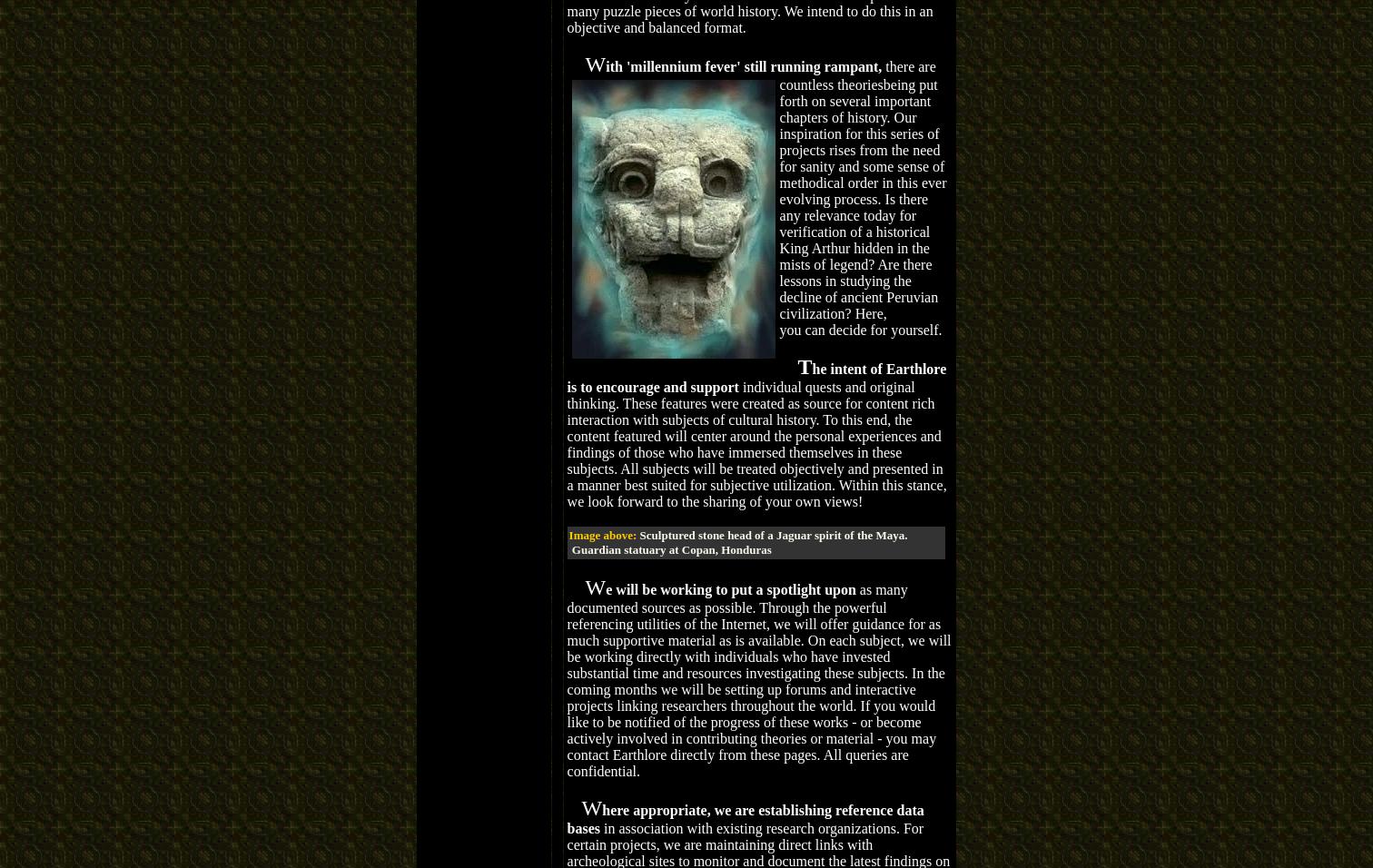  Describe the element at coordinates (756, 377) in the screenshot. I see `'he 
        intent of Earthlore is to encourage and support'` at that location.